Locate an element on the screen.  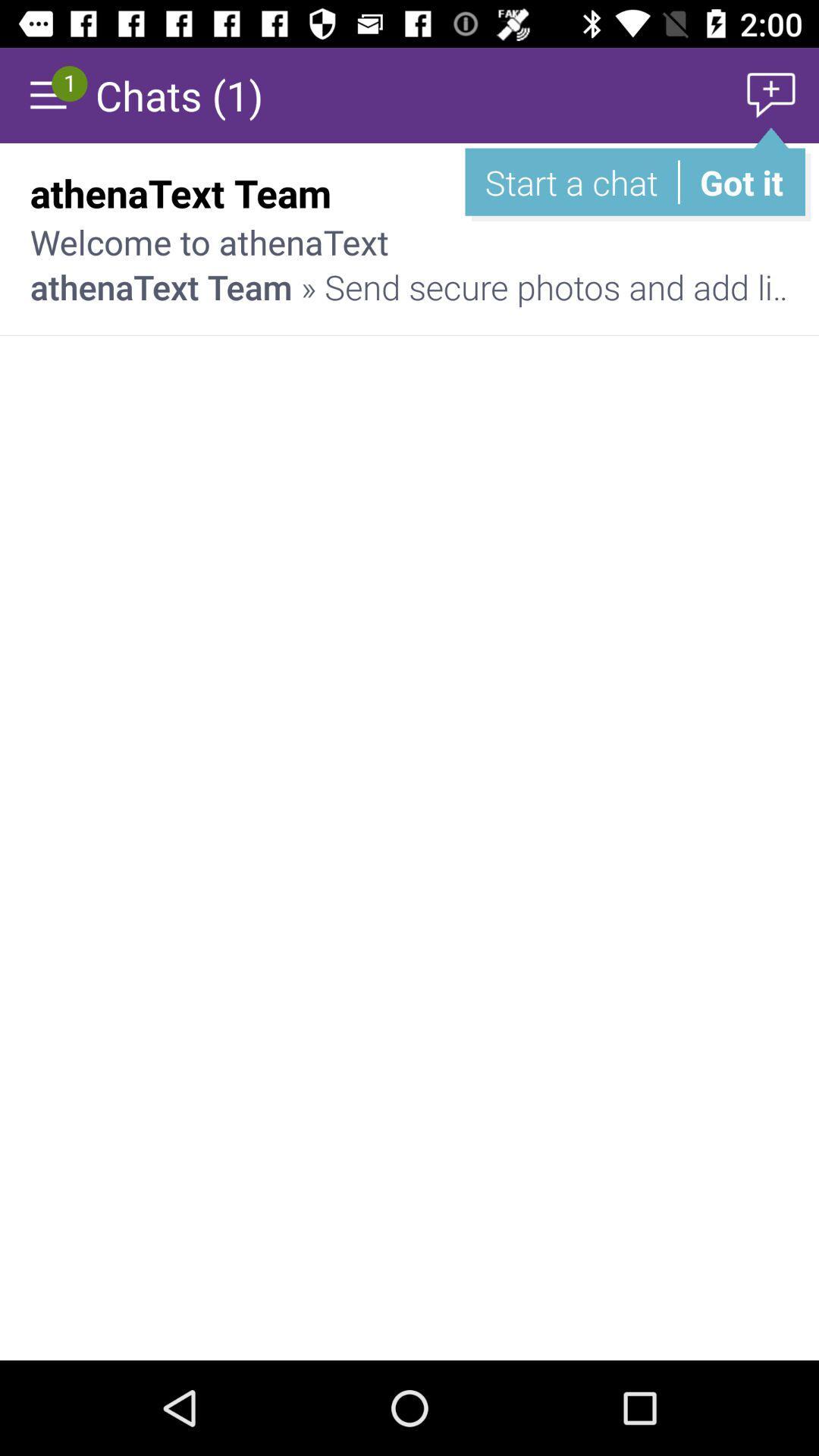
the icon next to the athenatext team item is located at coordinates (735, 192).